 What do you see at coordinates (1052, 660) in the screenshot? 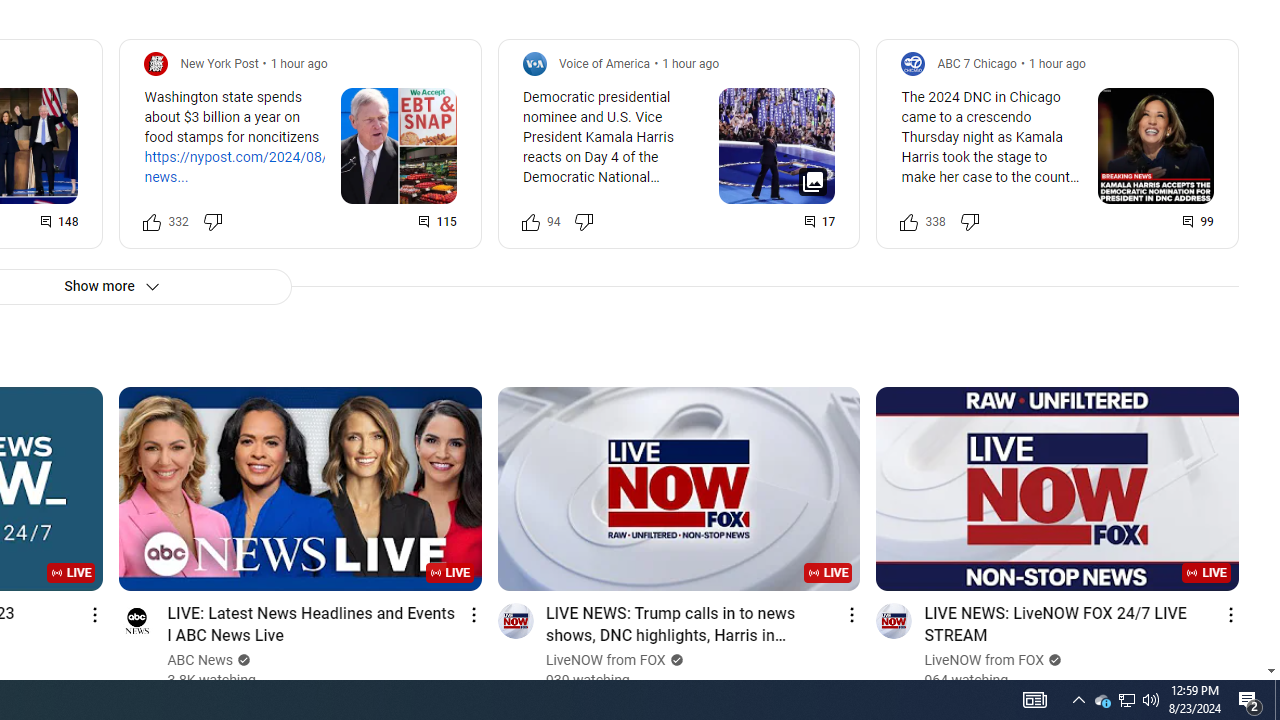
I see `'Verified'` at bounding box center [1052, 660].